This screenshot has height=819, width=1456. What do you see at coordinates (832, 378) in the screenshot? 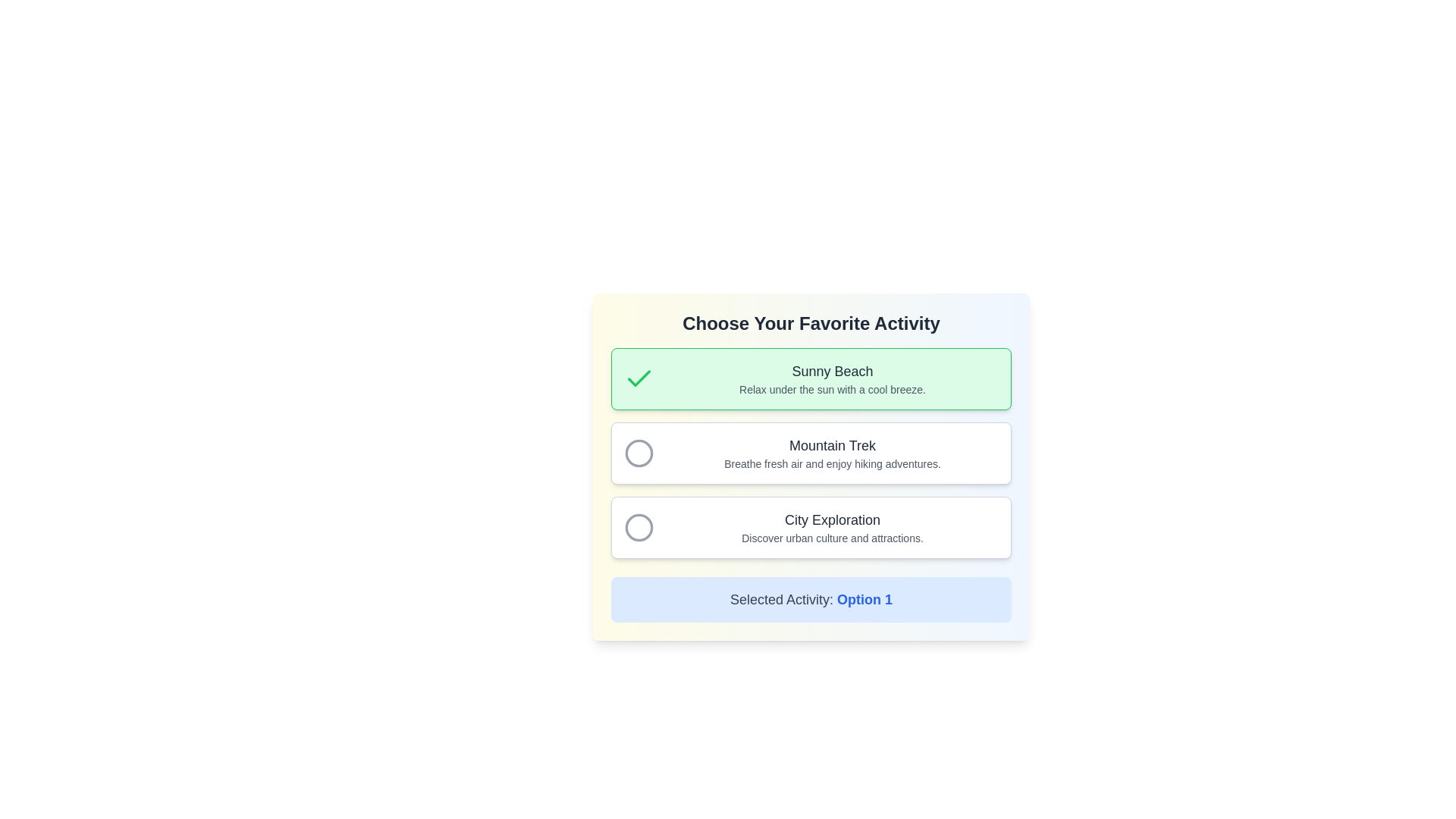
I see `the 'Sunny Beach' display text element, which features bold text and a light green background` at bounding box center [832, 378].